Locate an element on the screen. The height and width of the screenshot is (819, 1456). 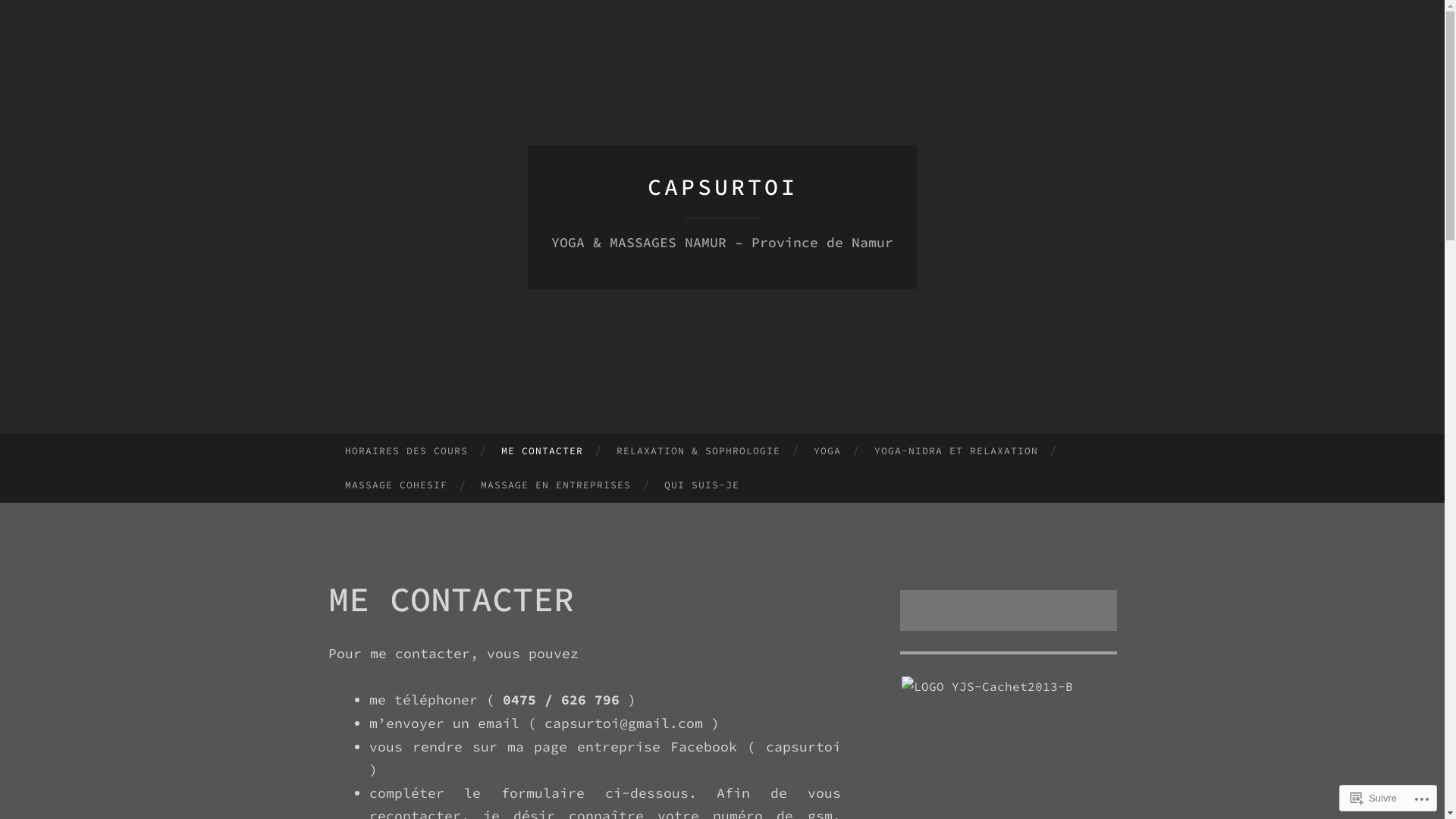
'MASSAGE EN ENTREPRISES' is located at coordinates (555, 485).